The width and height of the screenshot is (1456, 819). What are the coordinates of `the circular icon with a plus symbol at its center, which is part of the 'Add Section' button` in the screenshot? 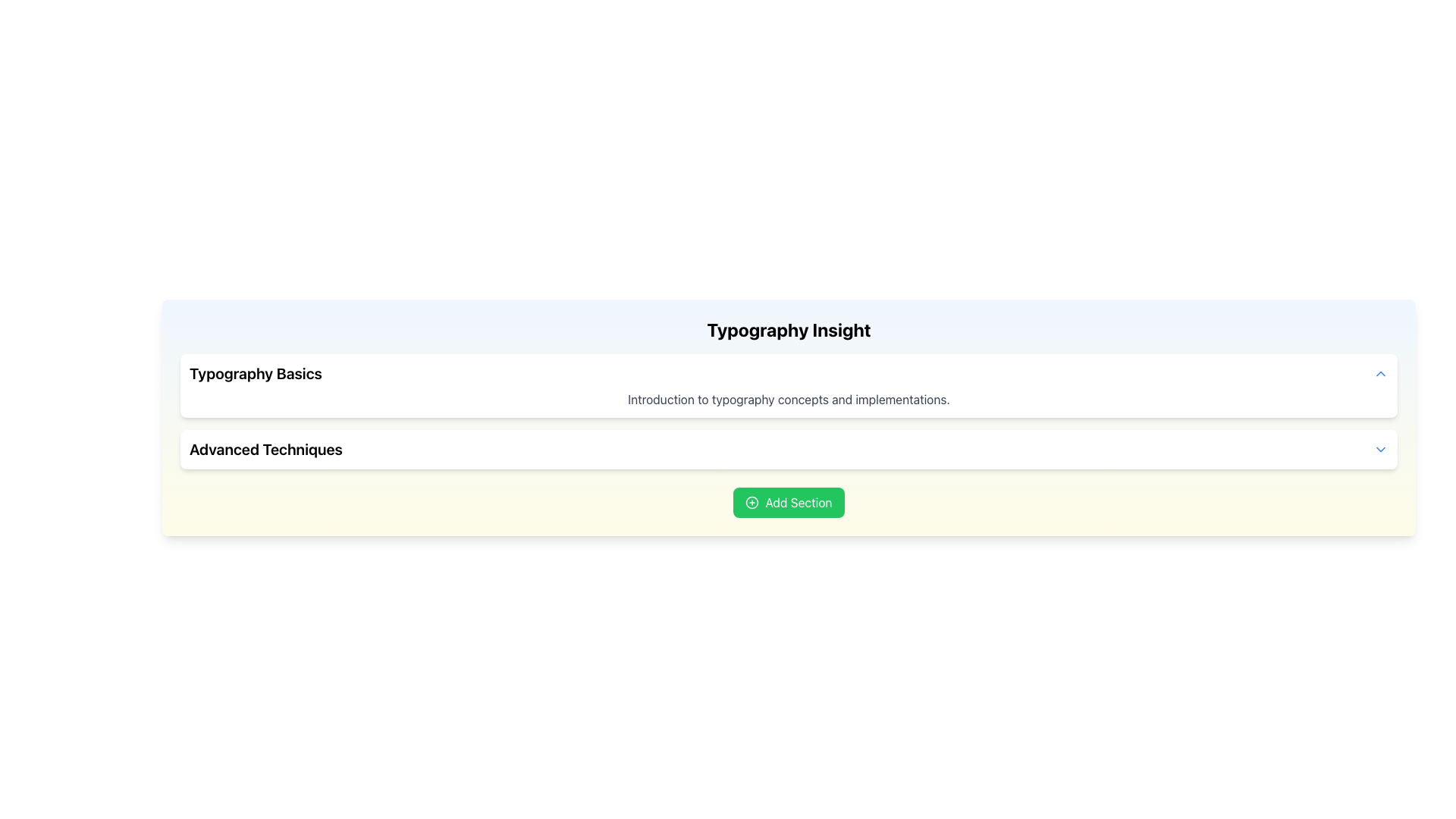 It's located at (752, 503).